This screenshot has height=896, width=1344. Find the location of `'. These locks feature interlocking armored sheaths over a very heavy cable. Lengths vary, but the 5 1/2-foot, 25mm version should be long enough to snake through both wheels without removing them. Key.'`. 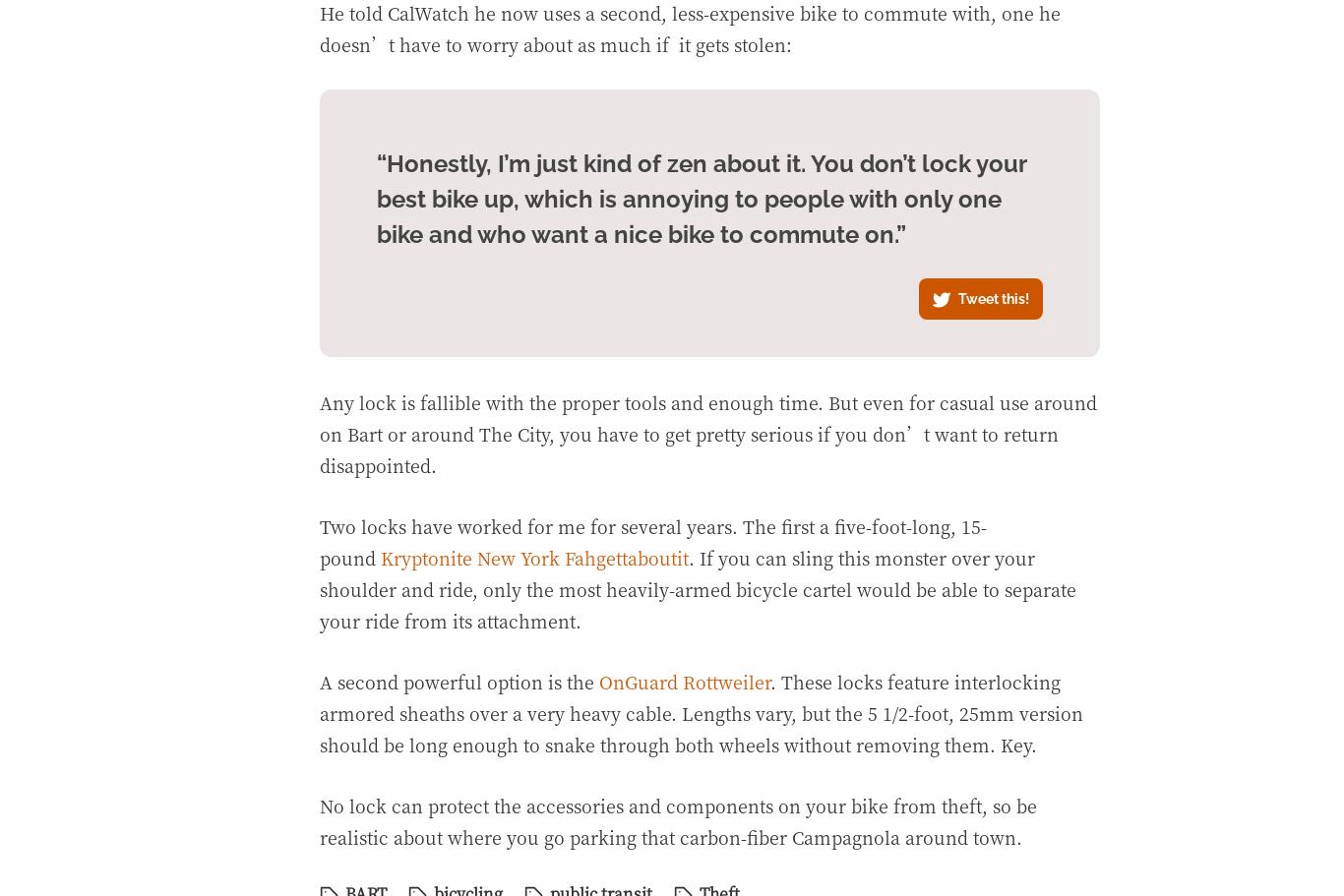

'. These locks feature interlocking armored sheaths over a very heavy cable. Lengths vary, but the 5 1/2-foot, 25mm version should be long enough to snake through both wheels without removing them. Key.' is located at coordinates (702, 712).